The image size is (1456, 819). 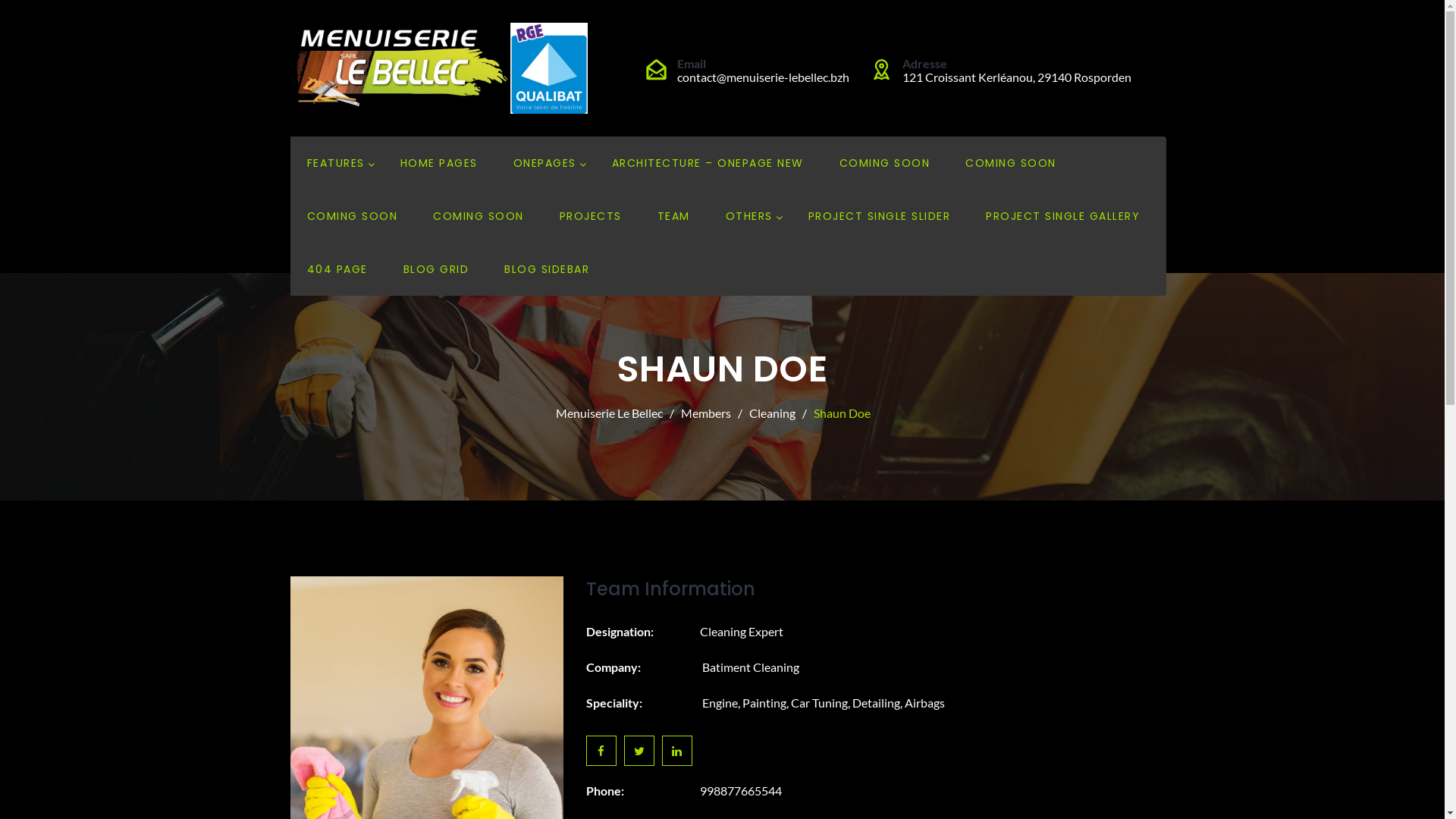 I want to click on 'OTHERS', so click(x=723, y=216).